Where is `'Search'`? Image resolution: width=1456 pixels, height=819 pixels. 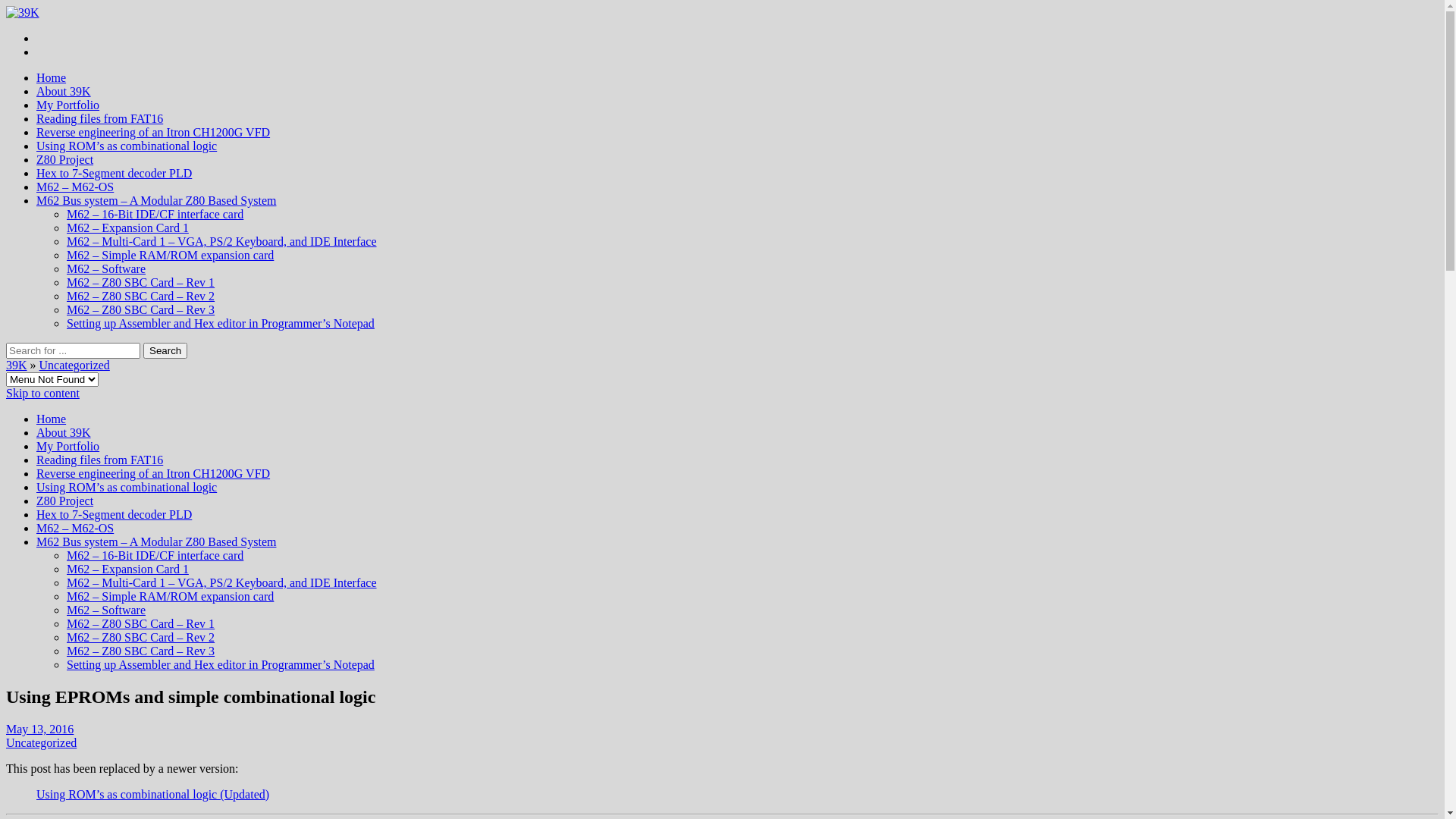 'Search' is located at coordinates (165, 350).